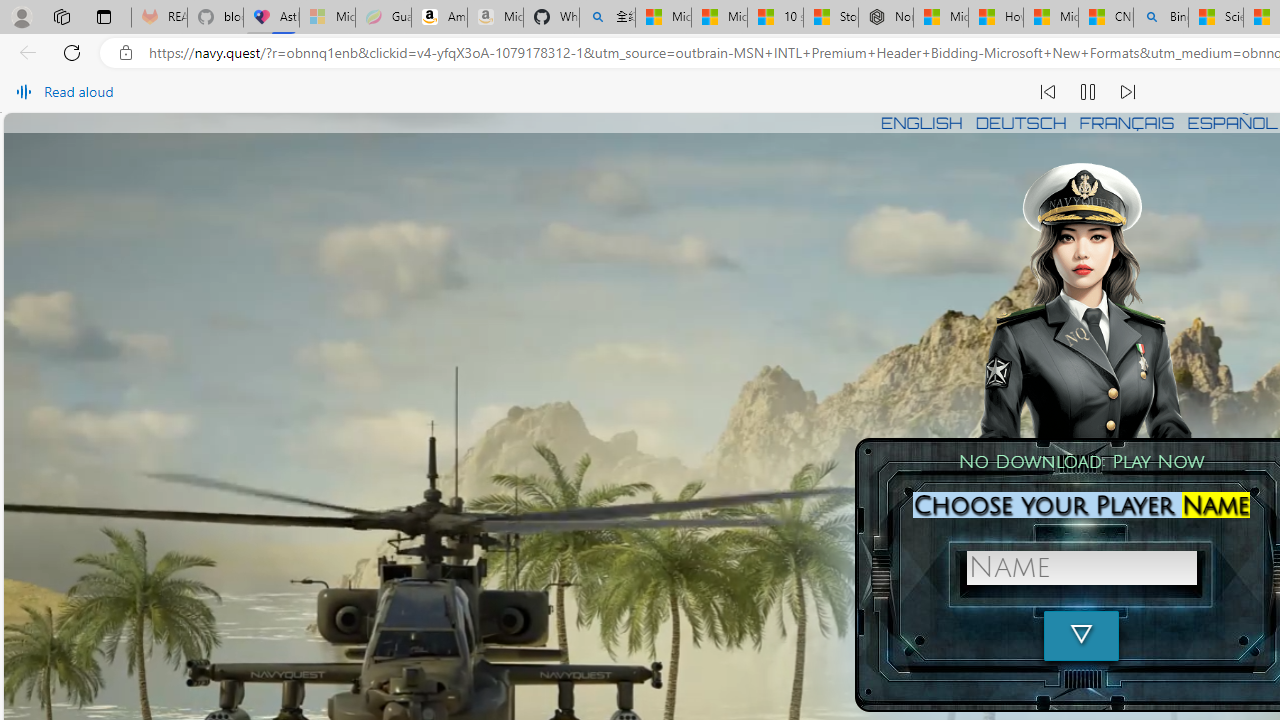 The height and width of the screenshot is (720, 1280). What do you see at coordinates (21, 16) in the screenshot?
I see `'Personal Profile'` at bounding box center [21, 16].